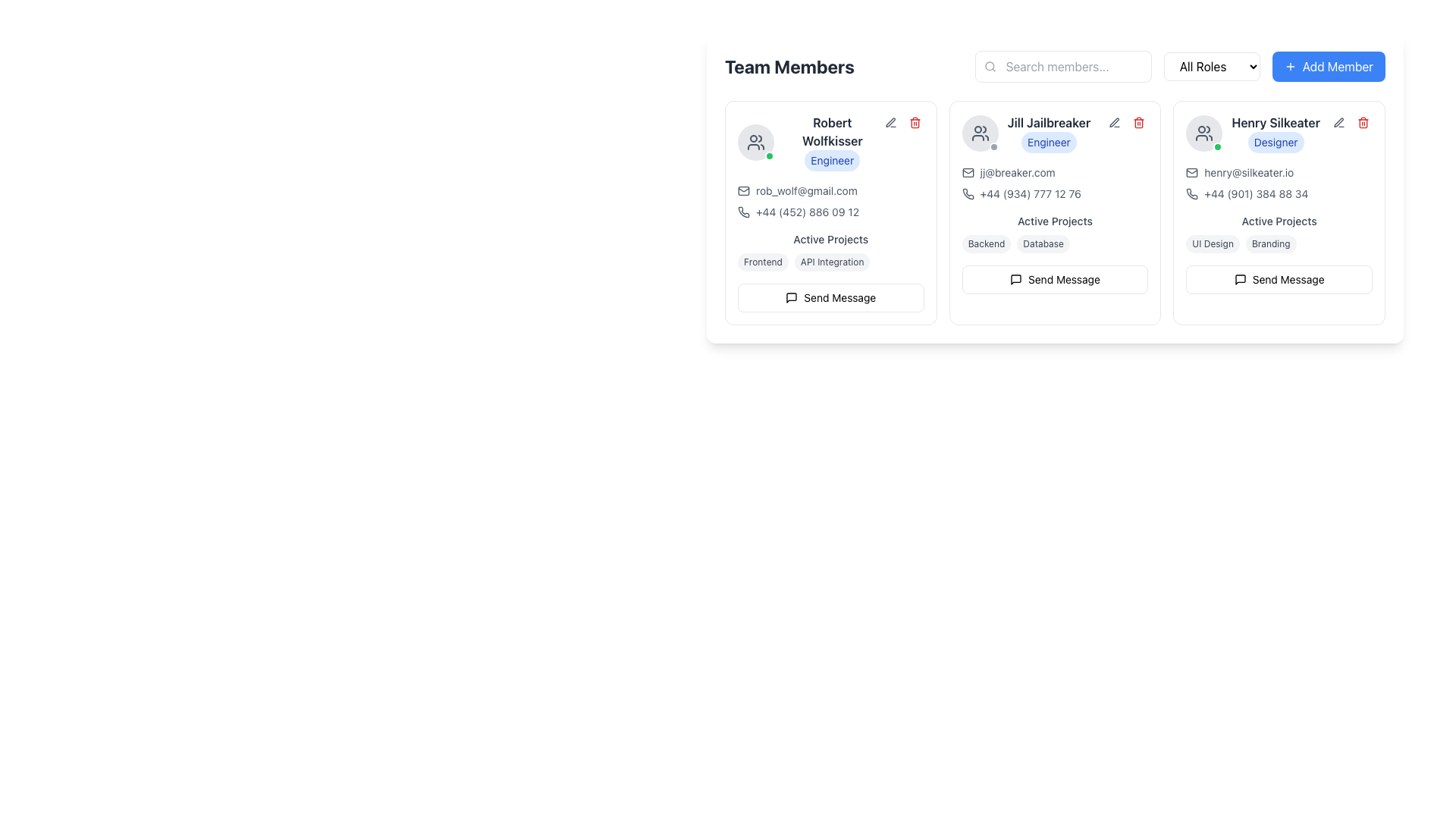 The image size is (1456, 819). What do you see at coordinates (743, 212) in the screenshot?
I see `the small phone icon with a minimalist design located in the contact information section of the first team member card, positioned at the top left corner adjacent to the phone number '+44 (452) 886 09 12'` at bounding box center [743, 212].